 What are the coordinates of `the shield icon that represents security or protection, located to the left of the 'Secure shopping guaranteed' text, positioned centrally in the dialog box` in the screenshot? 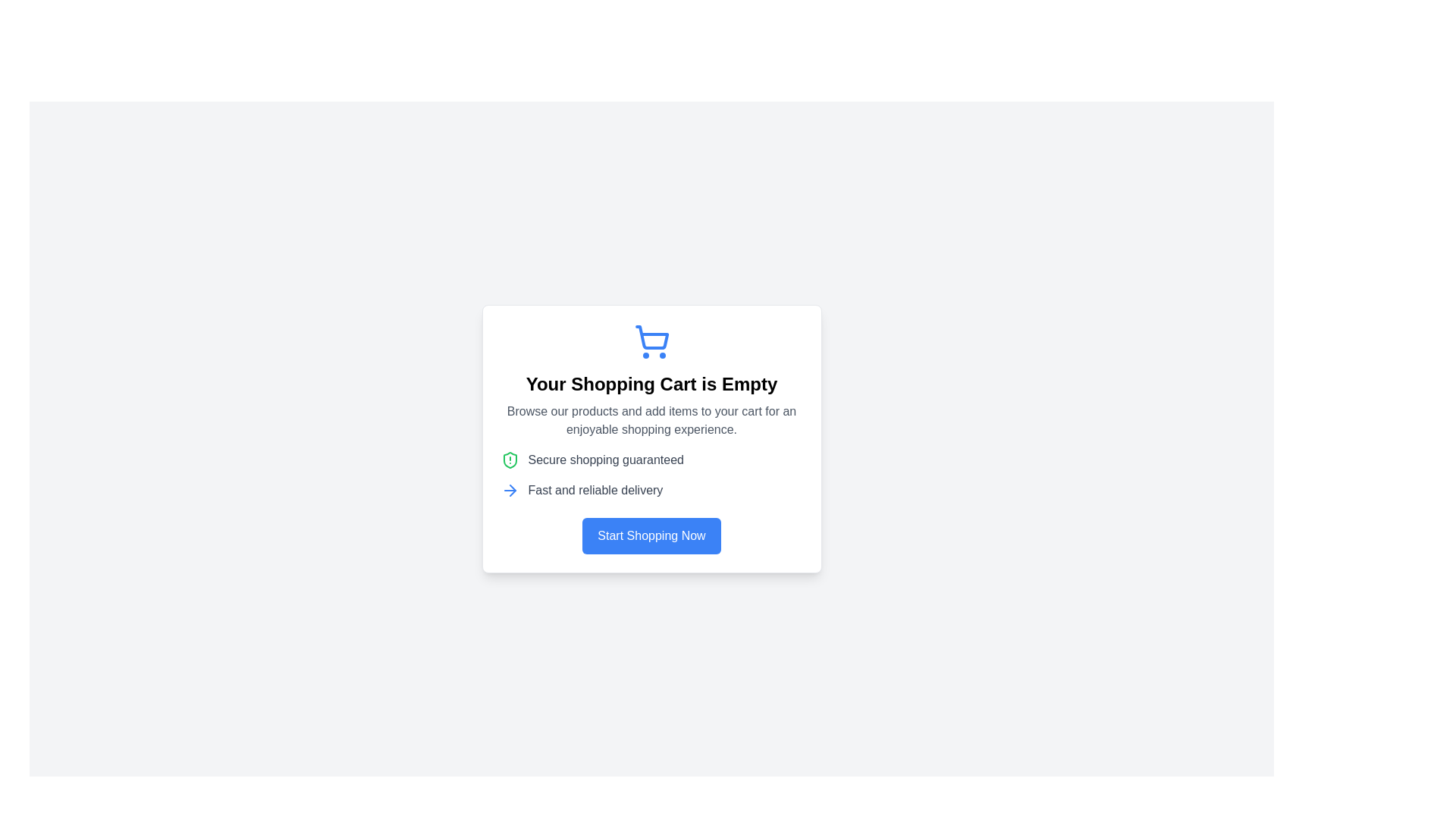 It's located at (510, 459).